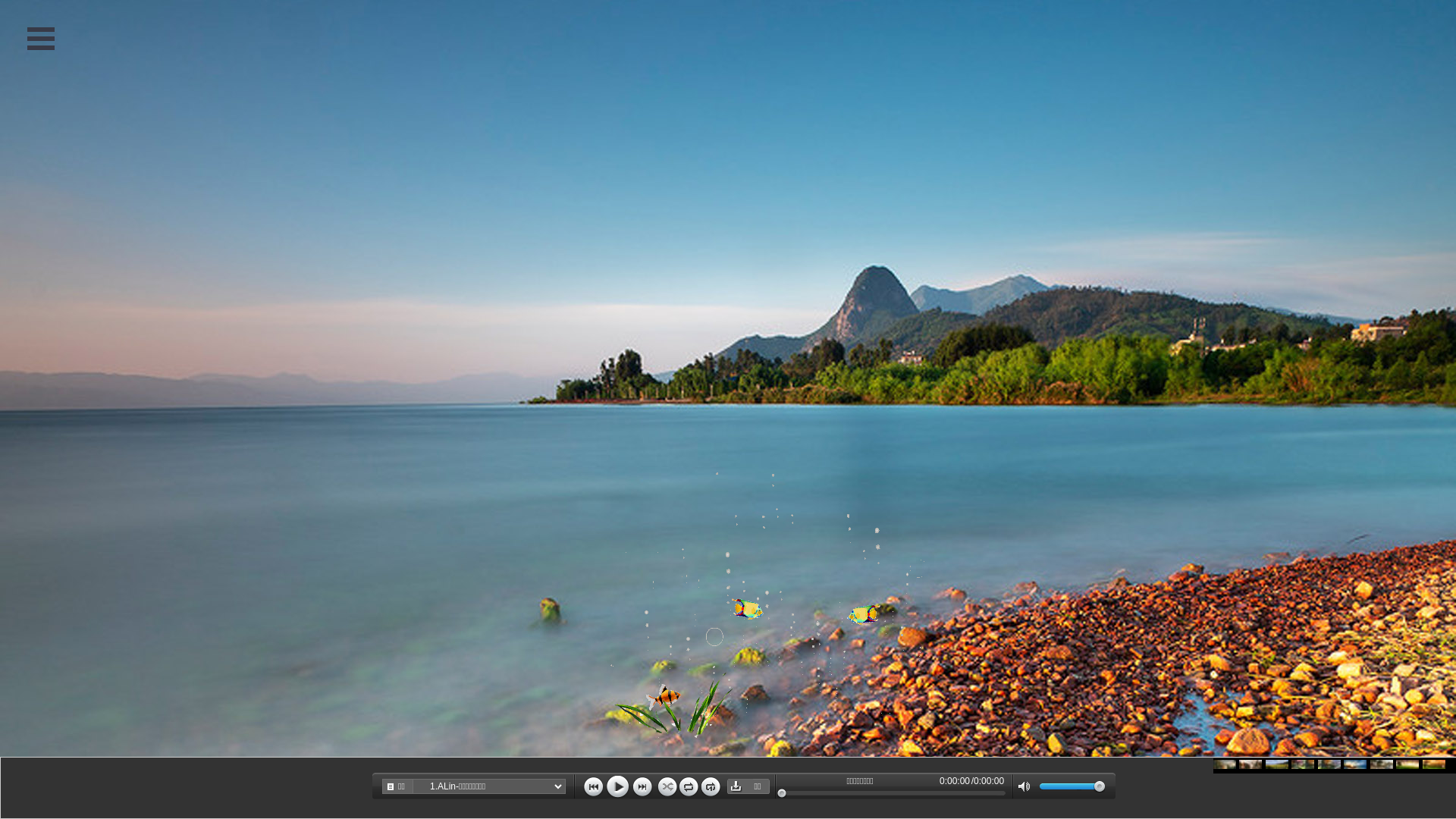 Image resolution: width=1456 pixels, height=819 pixels. Describe the element at coordinates (40, 37) in the screenshot. I see `'Open Menu'` at that location.